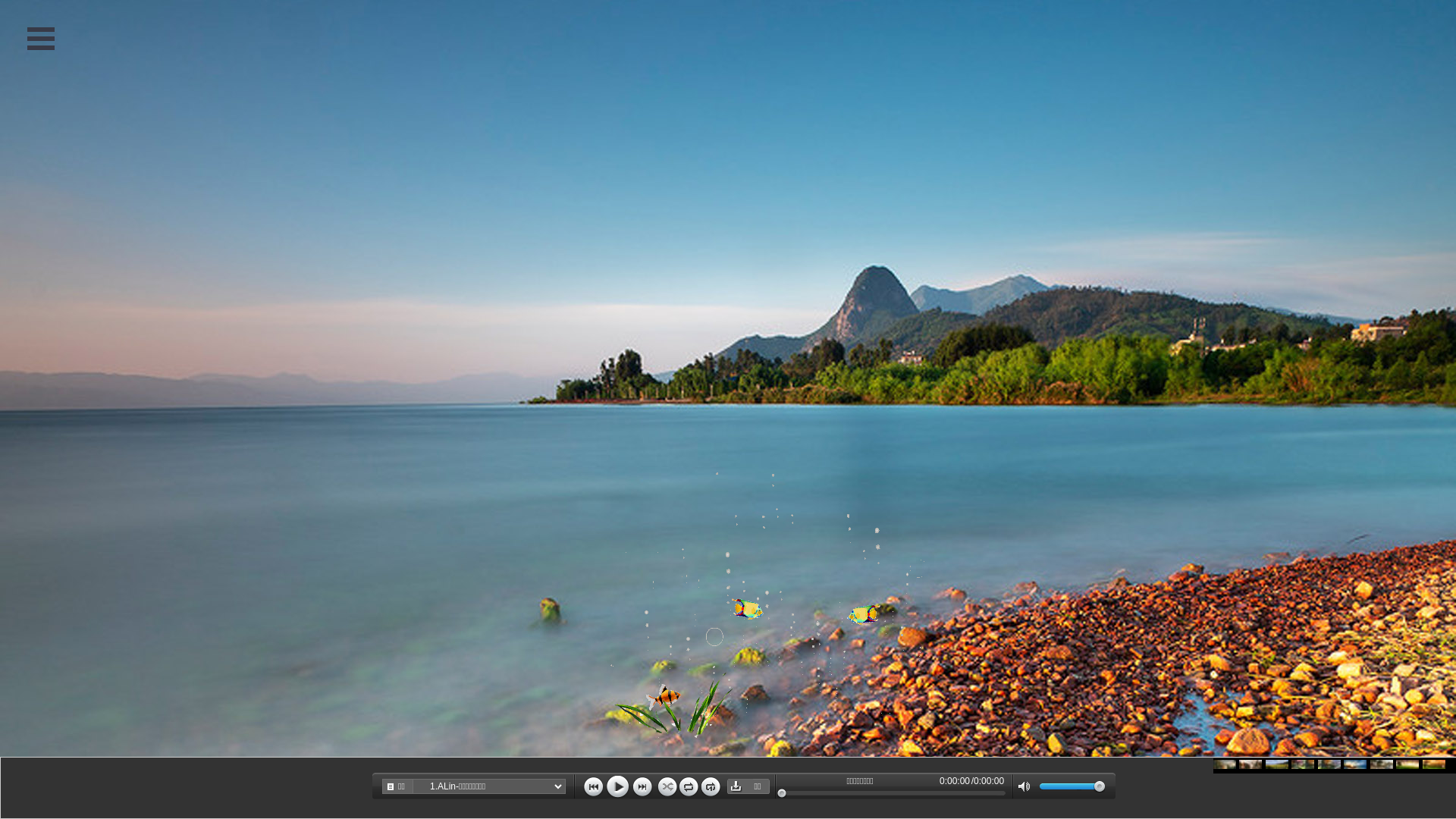 Image resolution: width=1456 pixels, height=819 pixels. Describe the element at coordinates (40, 37) in the screenshot. I see `'Open Menu'` at that location.